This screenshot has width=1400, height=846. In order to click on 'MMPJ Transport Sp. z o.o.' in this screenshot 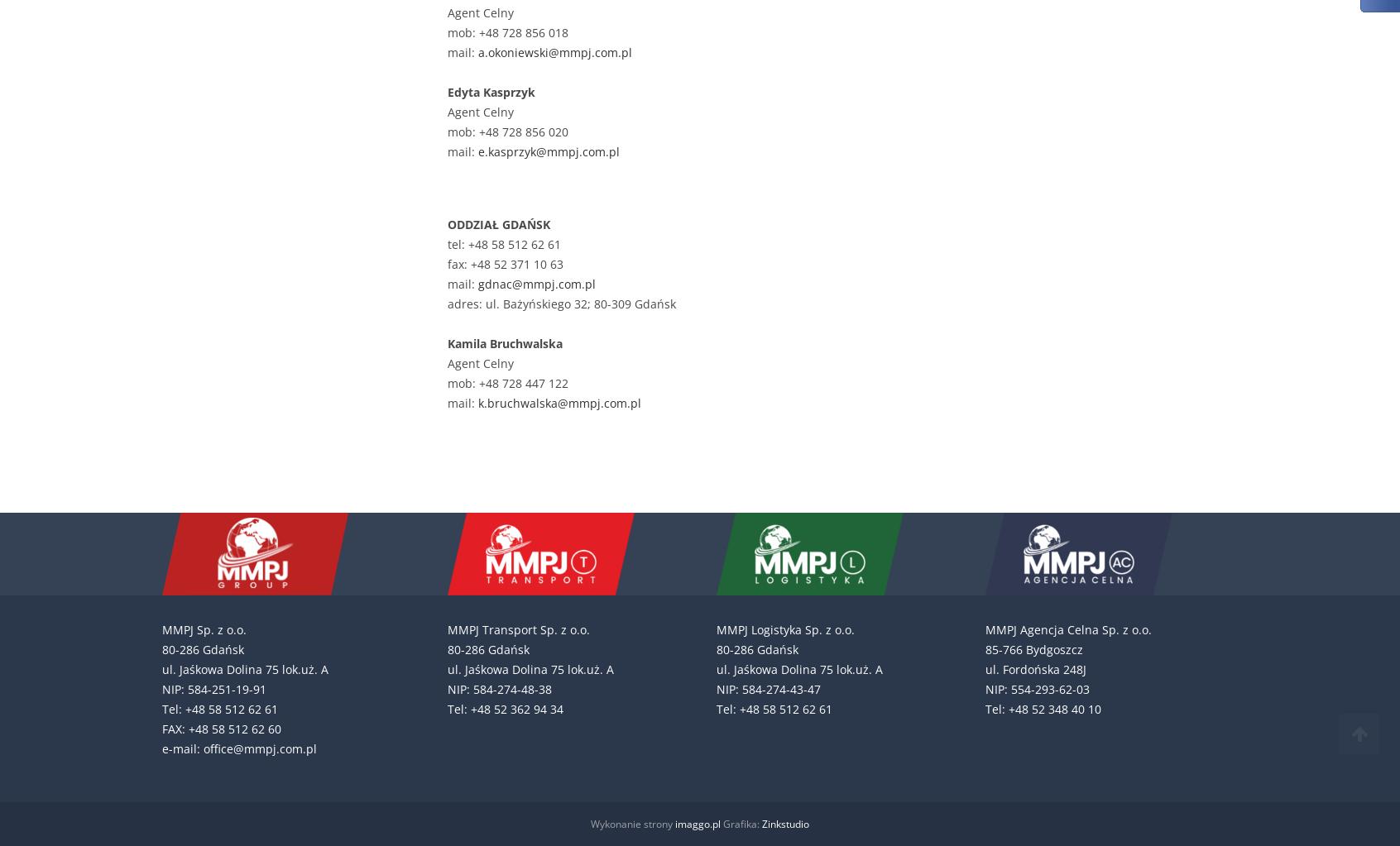, I will do `click(518, 629)`.